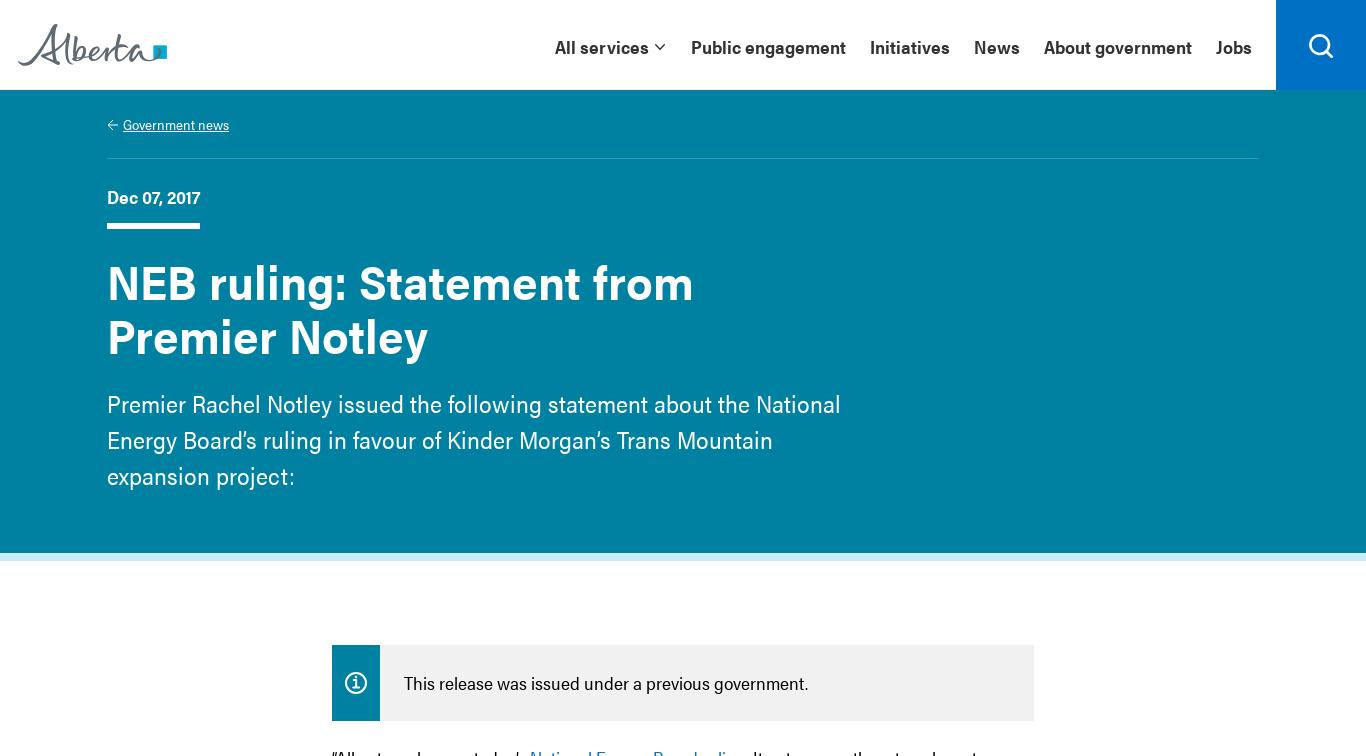  I want to click on 'Initiatives', so click(909, 45).